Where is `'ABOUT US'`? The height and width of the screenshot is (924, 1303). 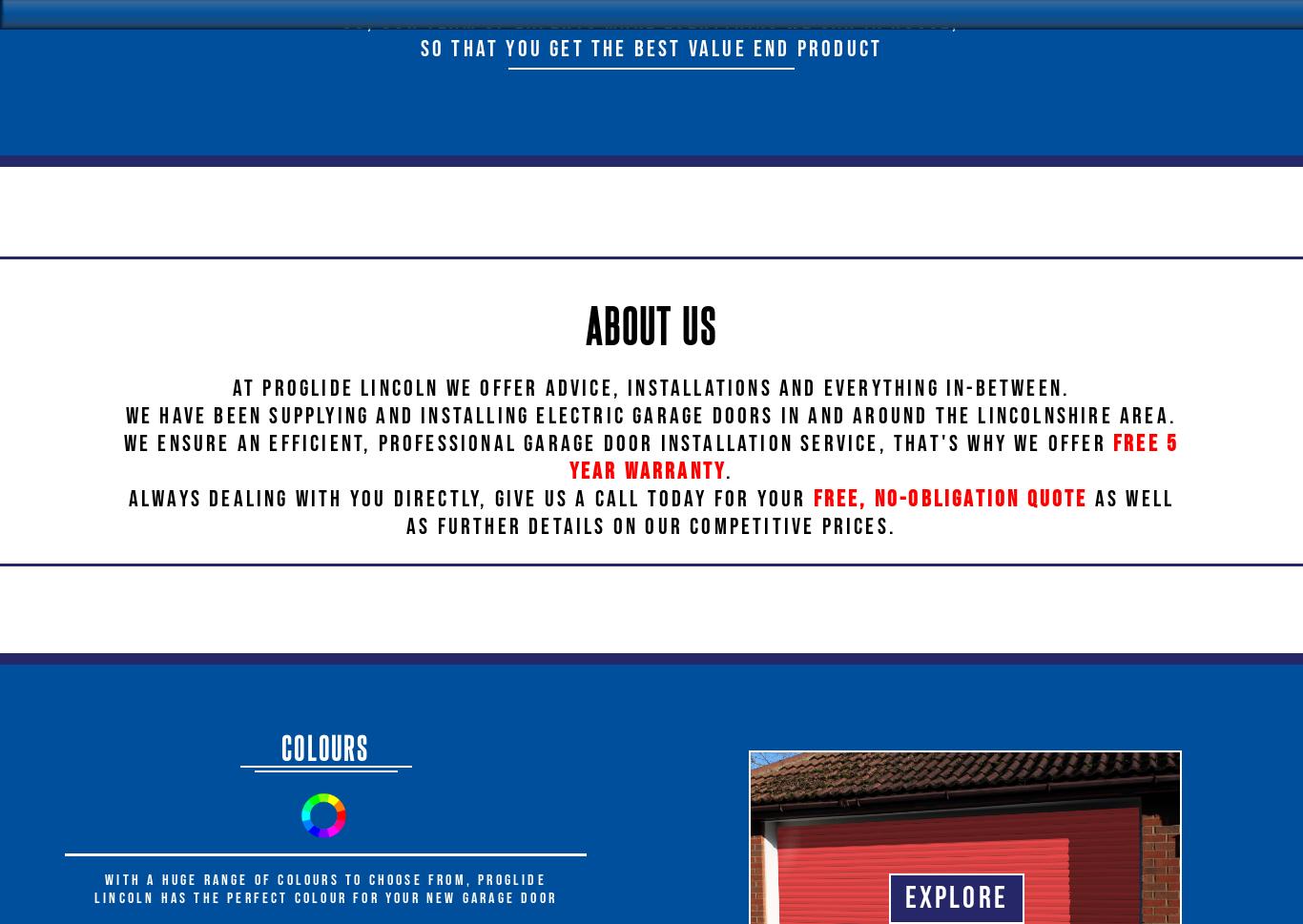 'ABOUT US' is located at coordinates (650, 323).